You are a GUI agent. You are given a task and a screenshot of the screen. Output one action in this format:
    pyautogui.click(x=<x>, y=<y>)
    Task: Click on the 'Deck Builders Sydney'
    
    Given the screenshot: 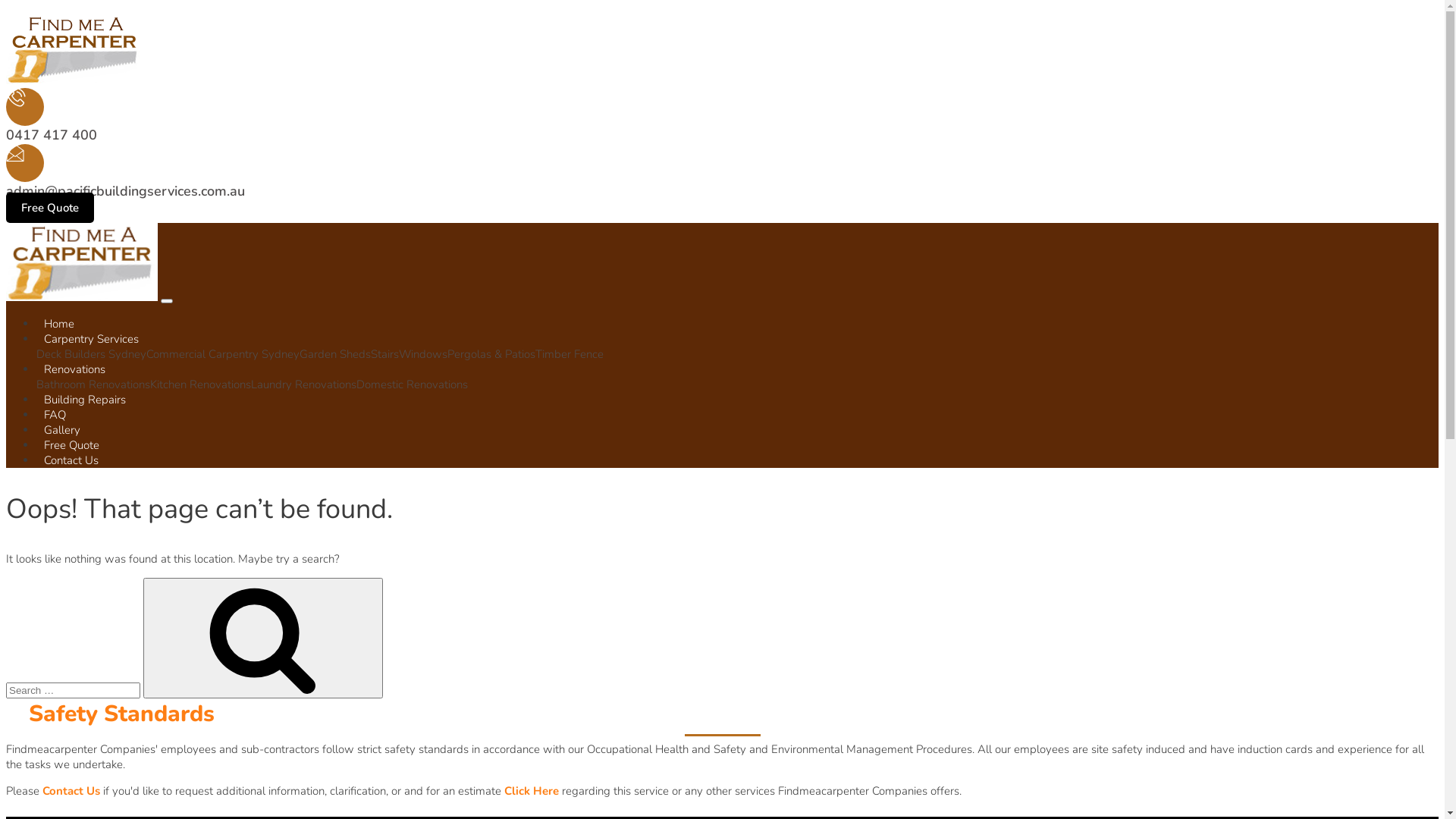 What is the action you would take?
    pyautogui.click(x=36, y=353)
    